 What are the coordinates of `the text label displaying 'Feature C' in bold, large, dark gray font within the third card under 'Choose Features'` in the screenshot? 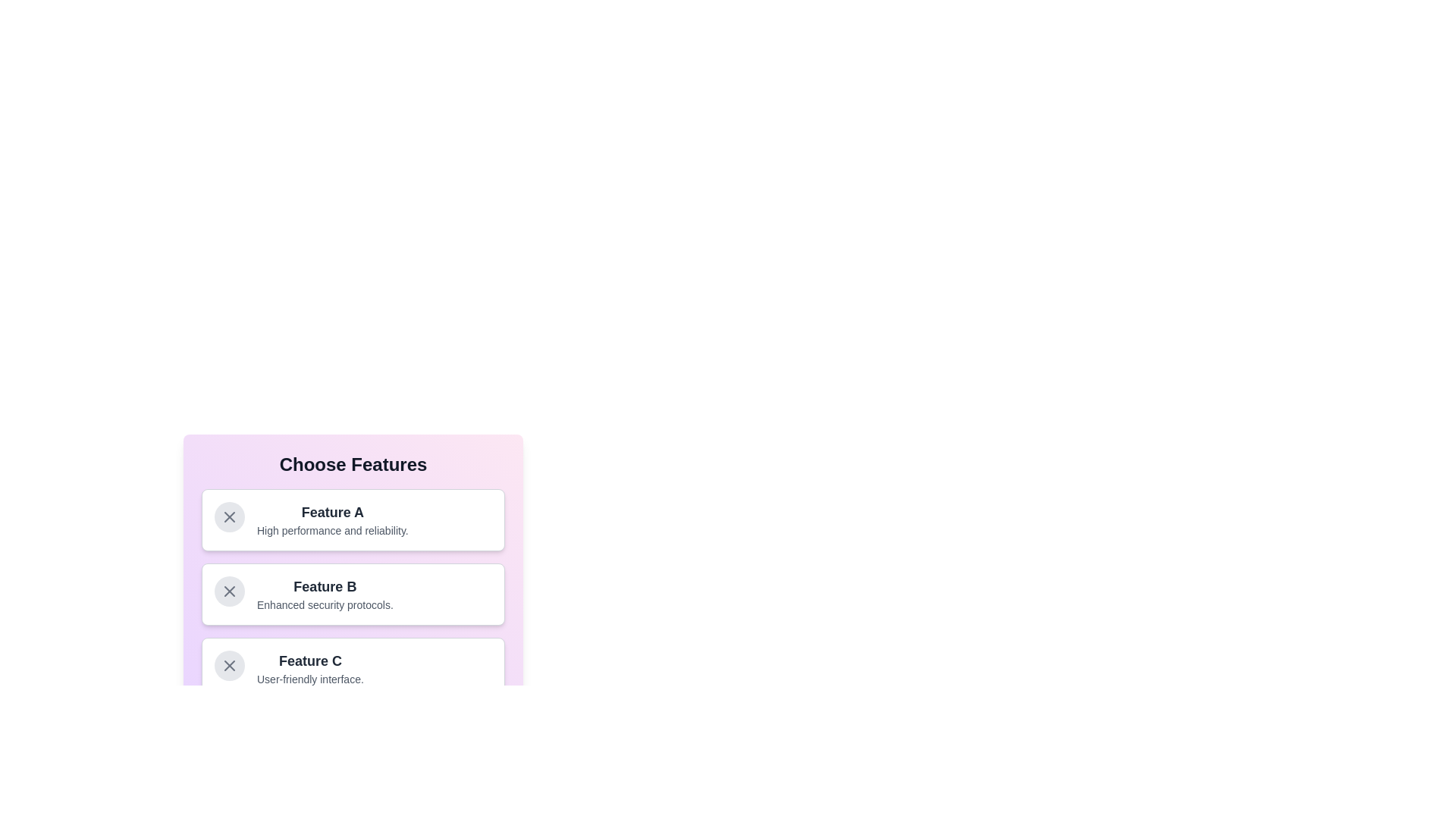 It's located at (309, 660).